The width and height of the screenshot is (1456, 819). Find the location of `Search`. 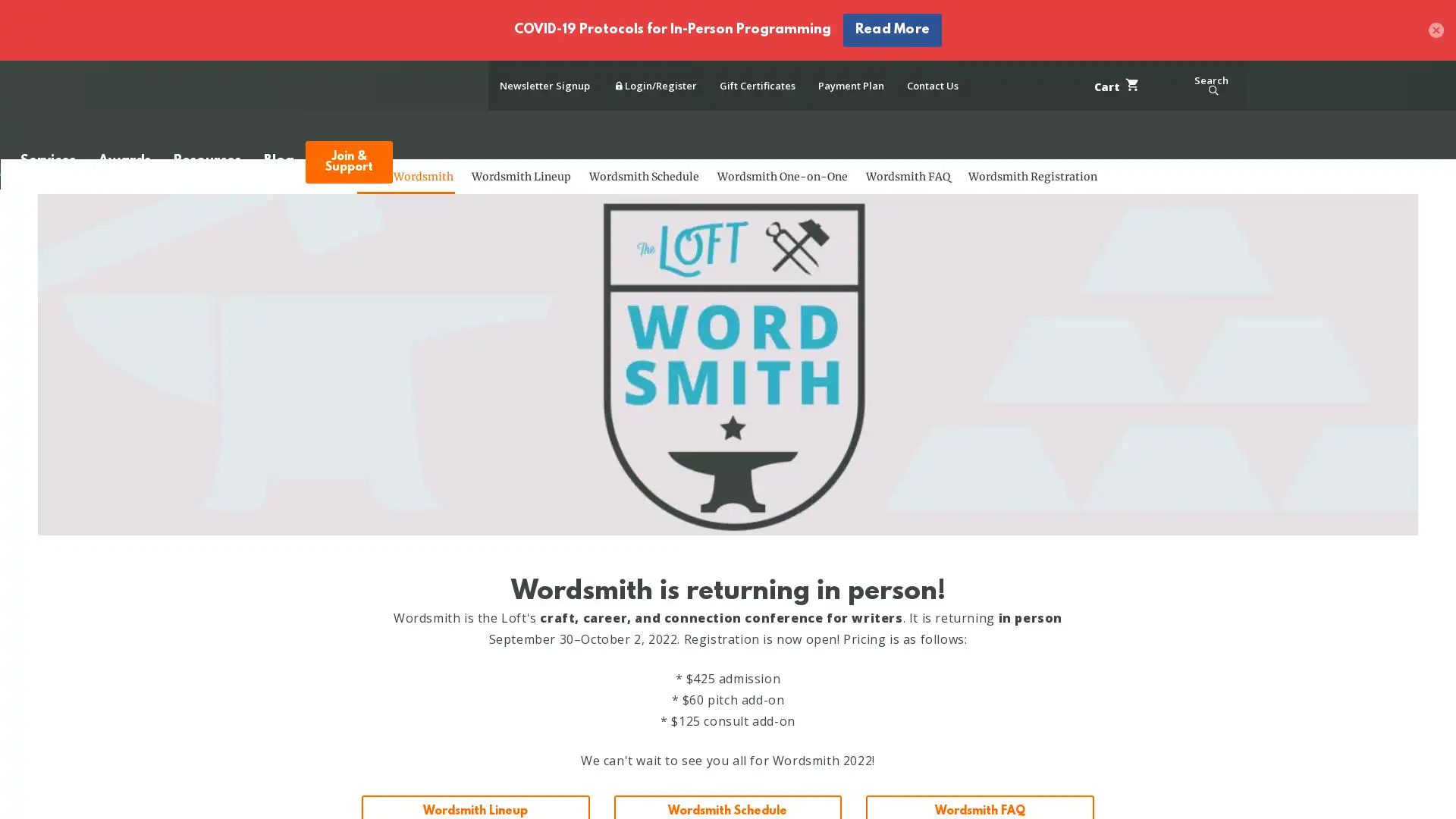

Search is located at coordinates (1210, 85).